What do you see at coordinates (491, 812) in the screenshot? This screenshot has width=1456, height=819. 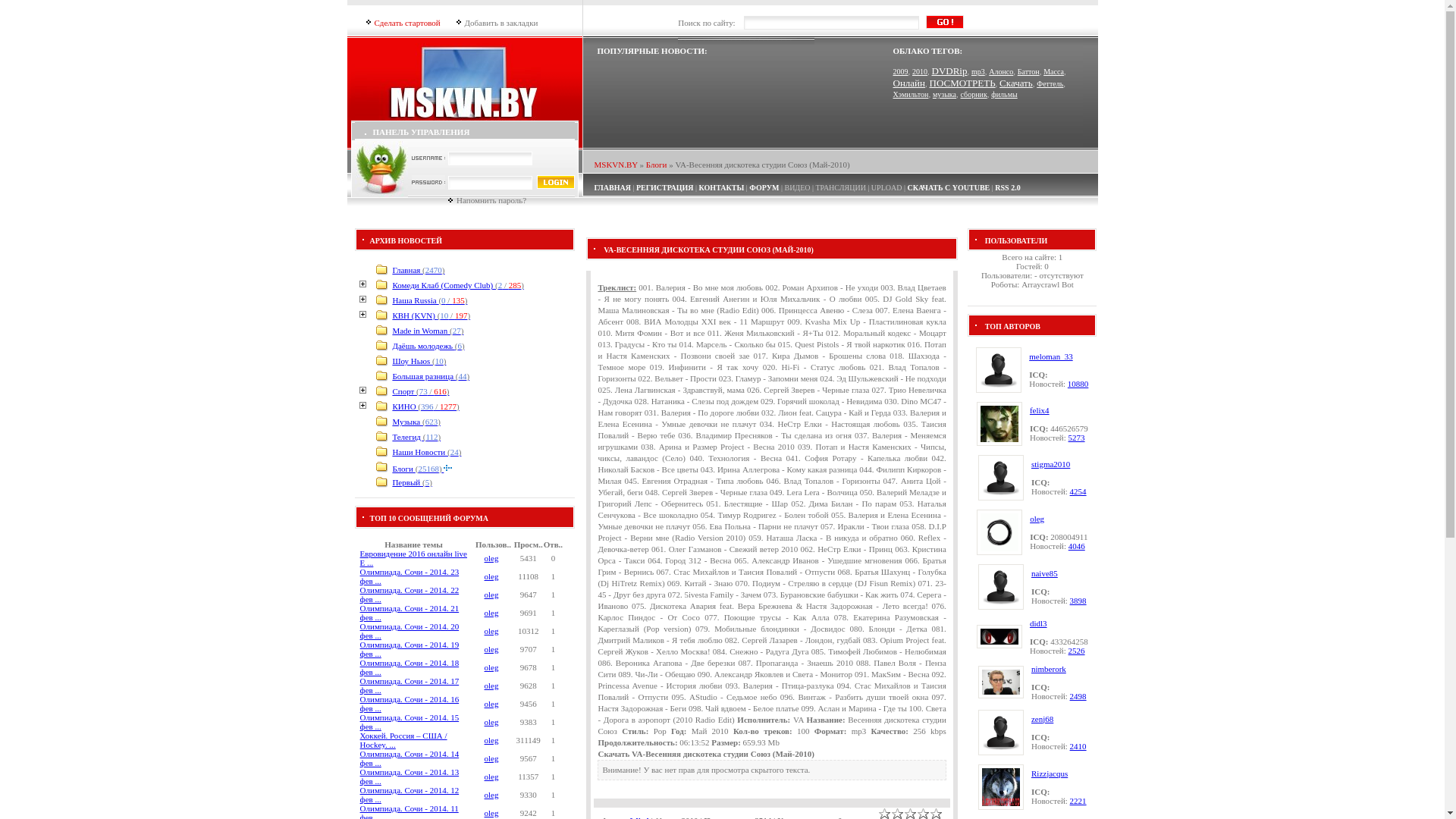 I see `'oleg'` at bounding box center [491, 812].